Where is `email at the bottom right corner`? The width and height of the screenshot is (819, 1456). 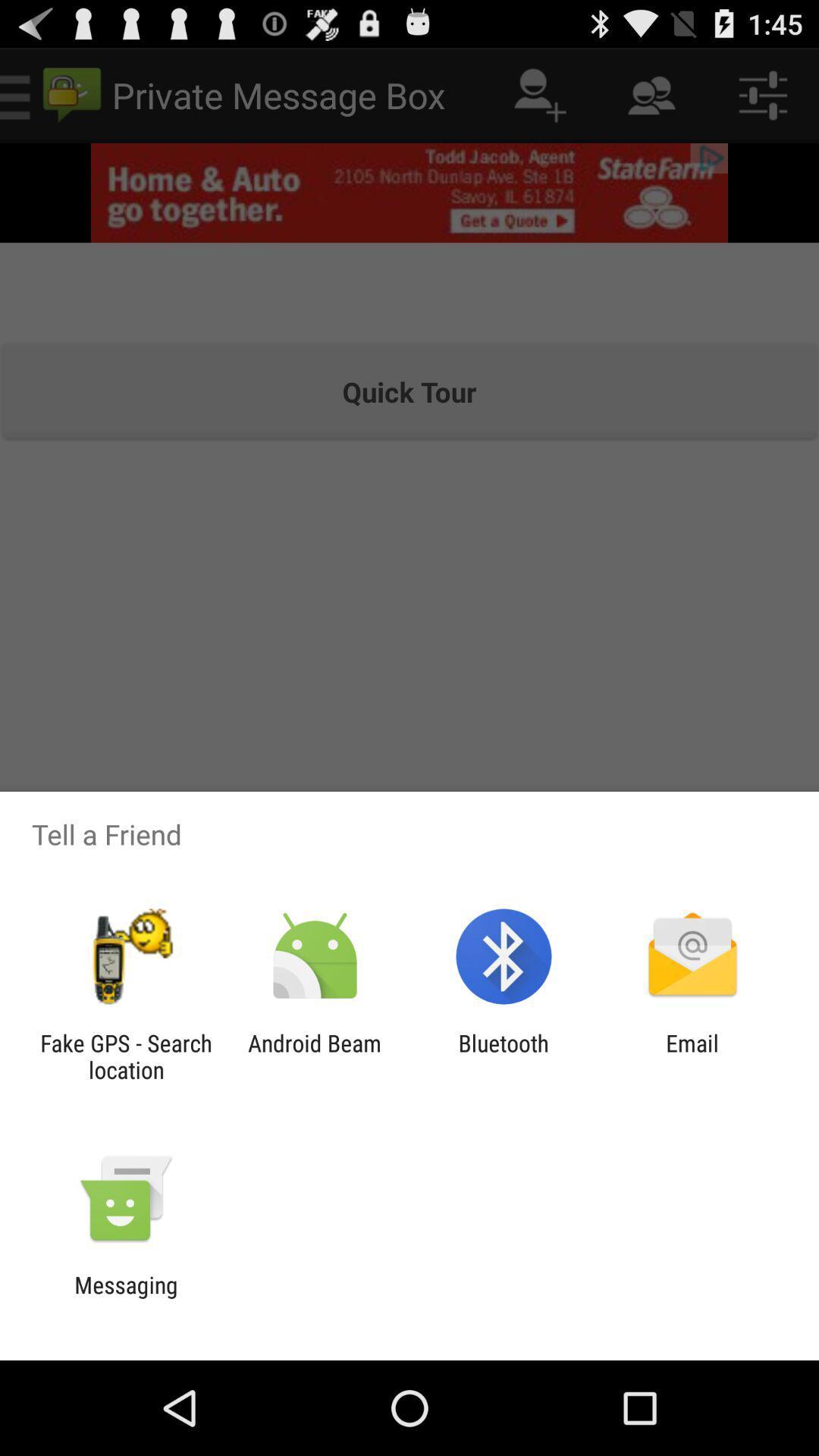
email at the bottom right corner is located at coordinates (692, 1056).